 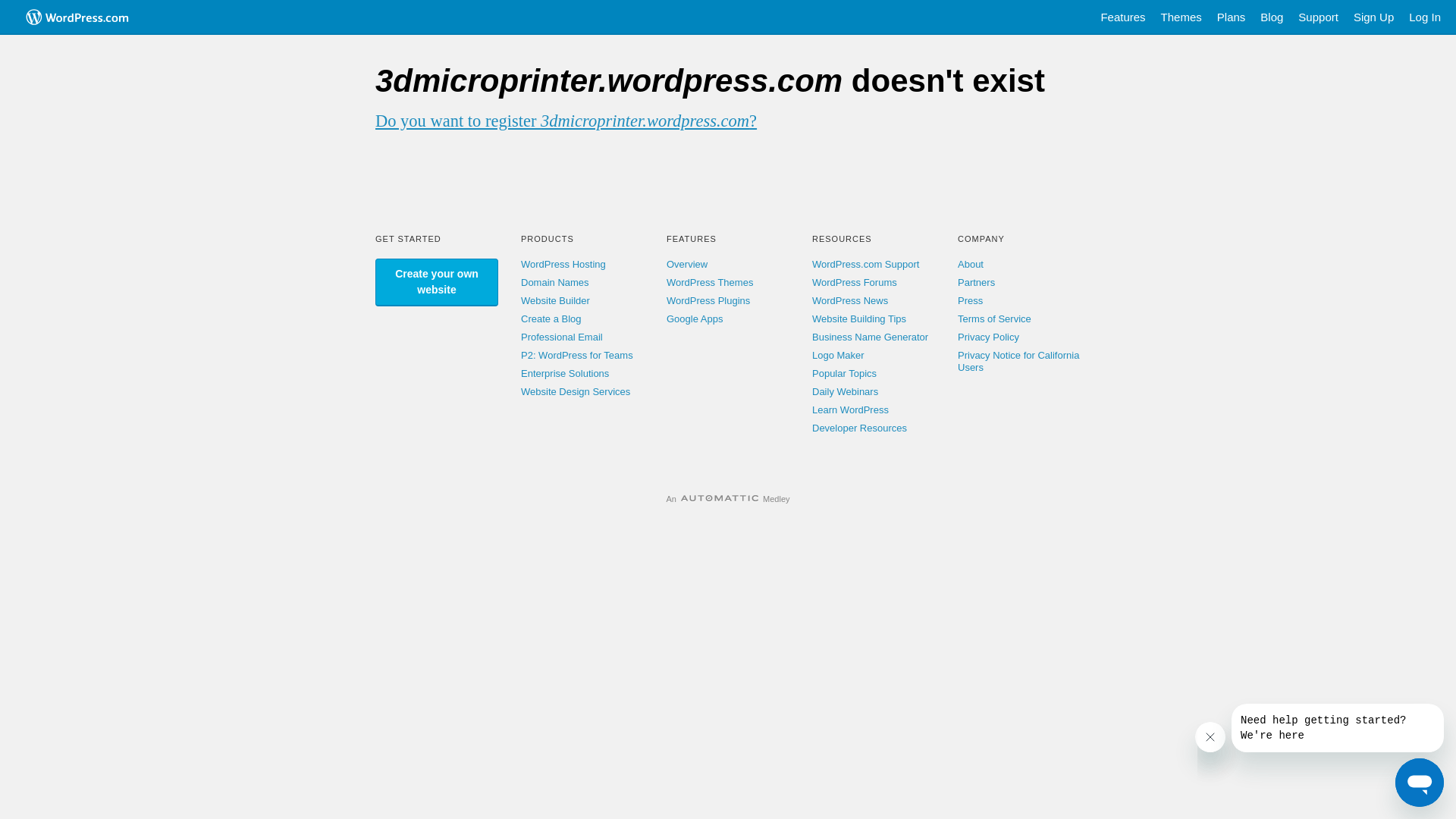 What do you see at coordinates (1290, 17) in the screenshot?
I see `'Support'` at bounding box center [1290, 17].